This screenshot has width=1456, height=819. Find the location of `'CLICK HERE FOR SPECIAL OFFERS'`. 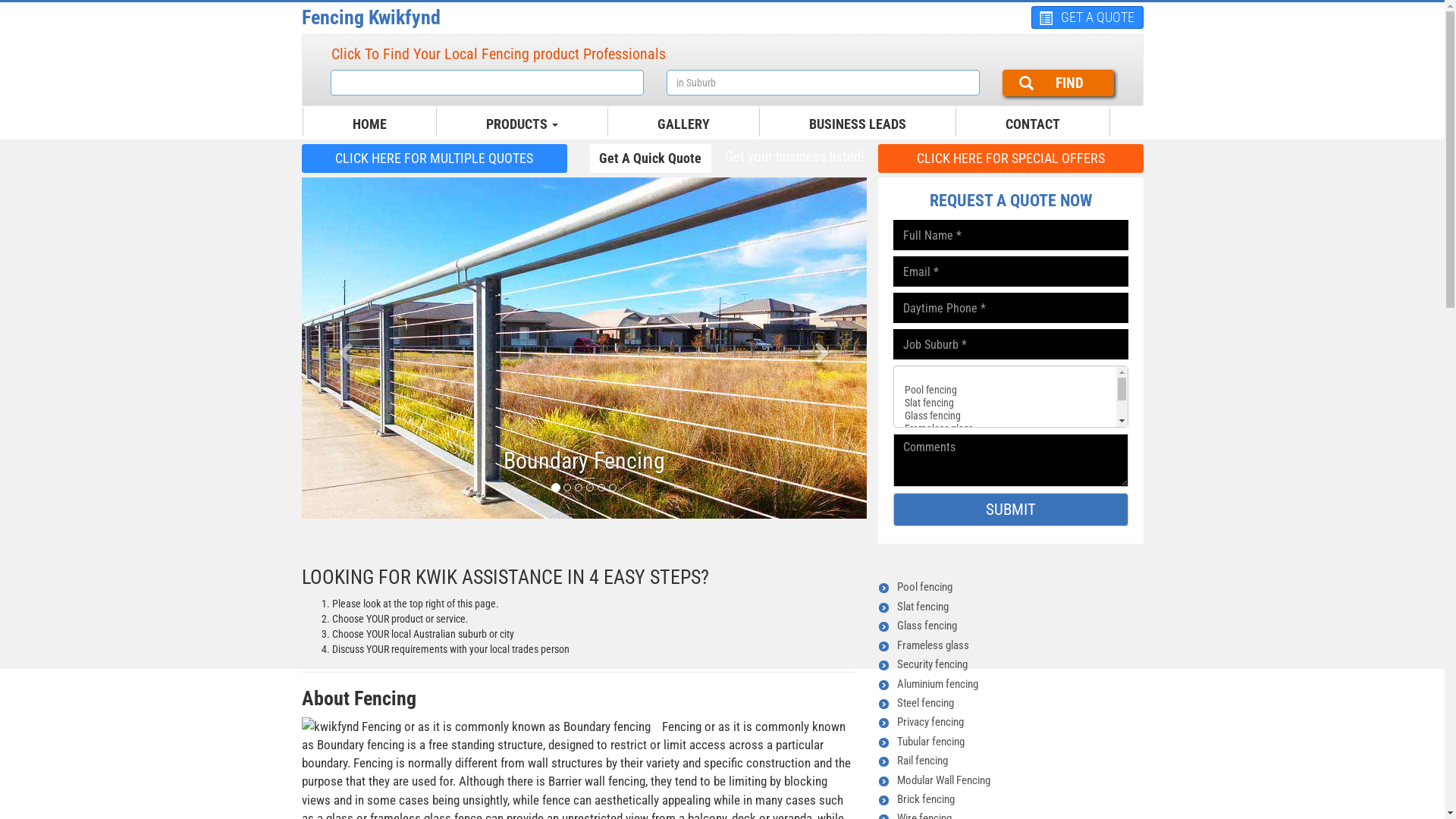

'CLICK HERE FOR SPECIAL OFFERS' is located at coordinates (1011, 158).